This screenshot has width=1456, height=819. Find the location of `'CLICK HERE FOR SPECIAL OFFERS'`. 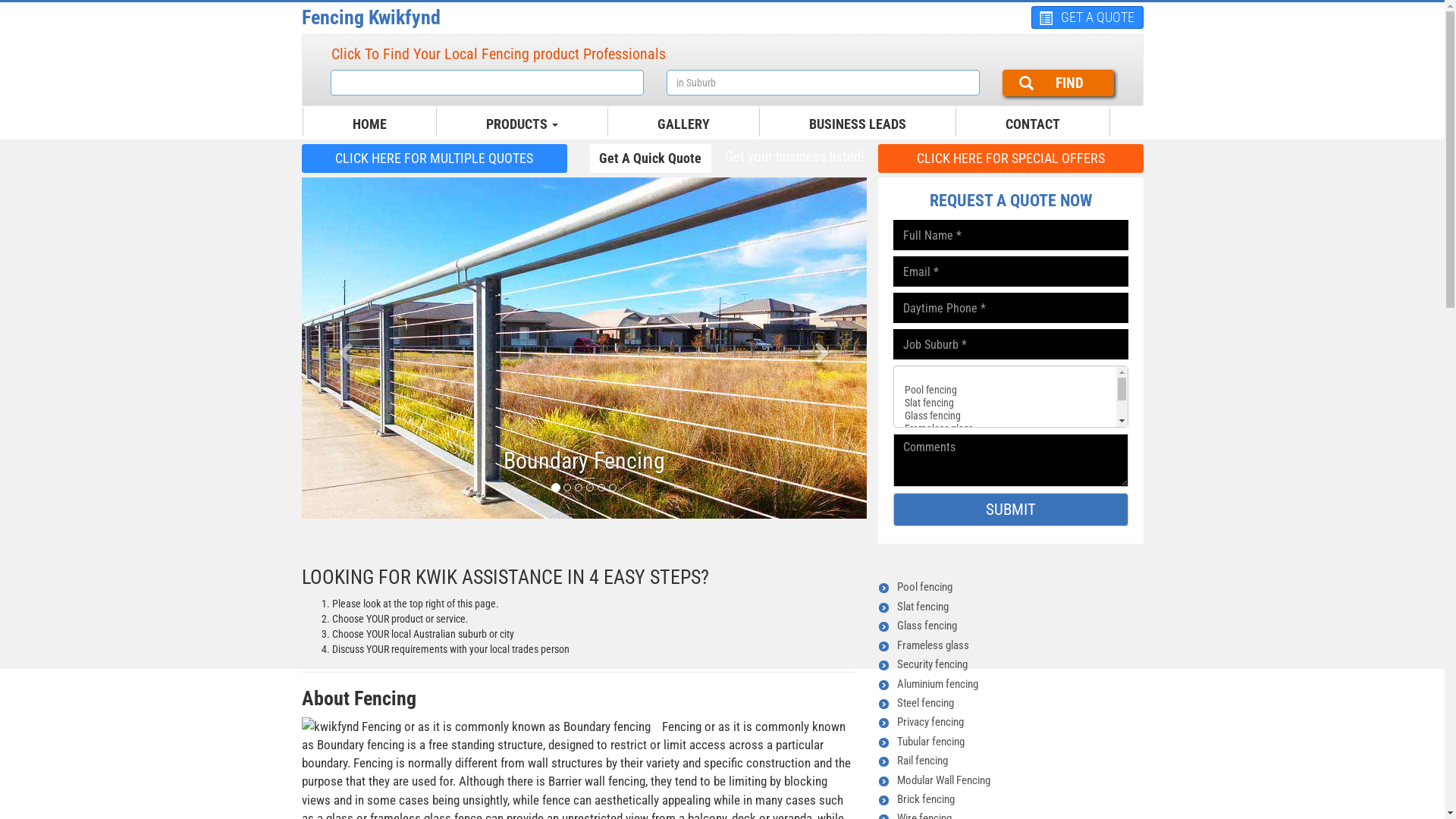

'CLICK HERE FOR SPECIAL OFFERS' is located at coordinates (1011, 158).